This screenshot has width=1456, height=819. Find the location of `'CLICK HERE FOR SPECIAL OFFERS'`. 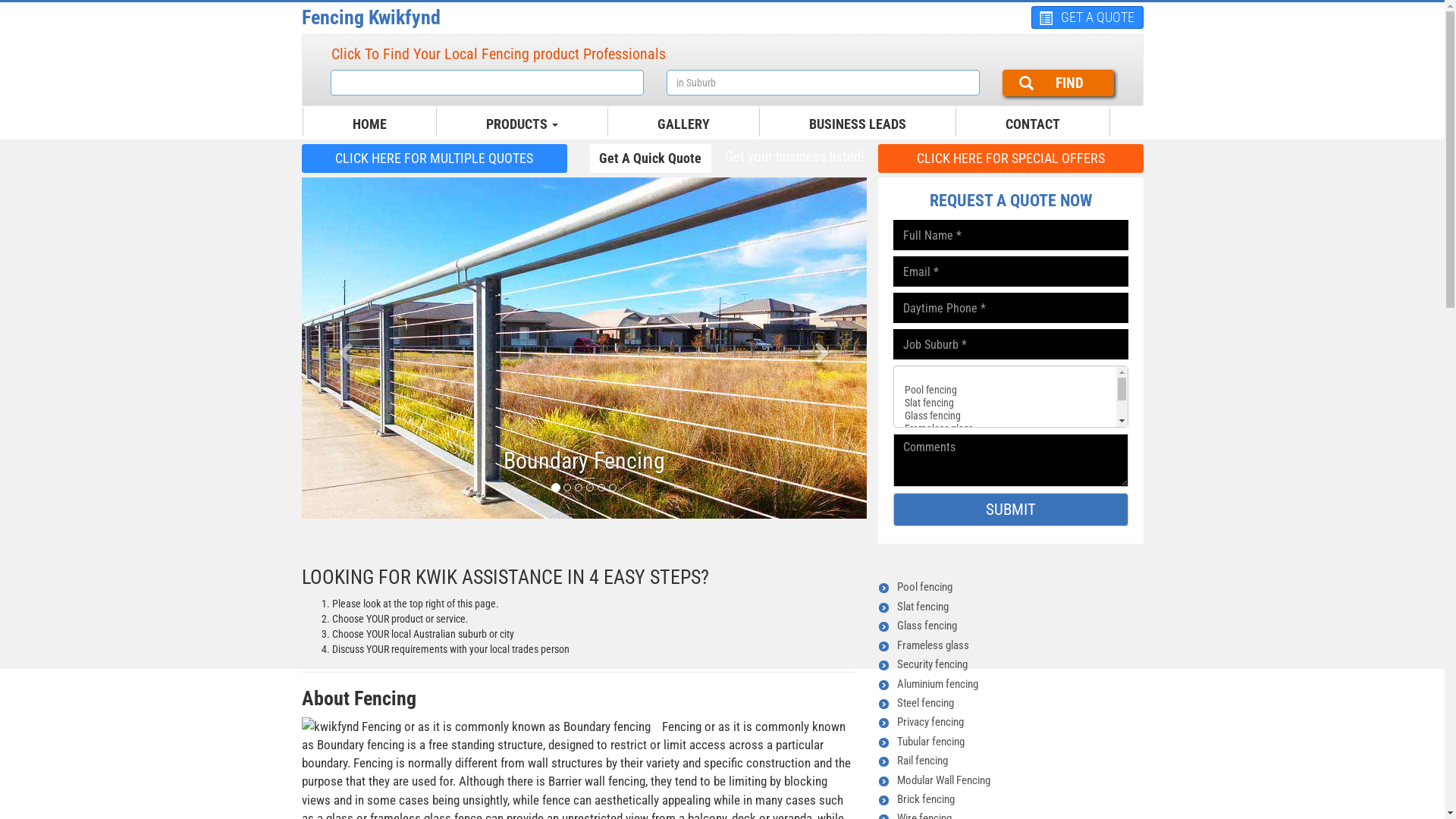

'CLICK HERE FOR SPECIAL OFFERS' is located at coordinates (1011, 158).